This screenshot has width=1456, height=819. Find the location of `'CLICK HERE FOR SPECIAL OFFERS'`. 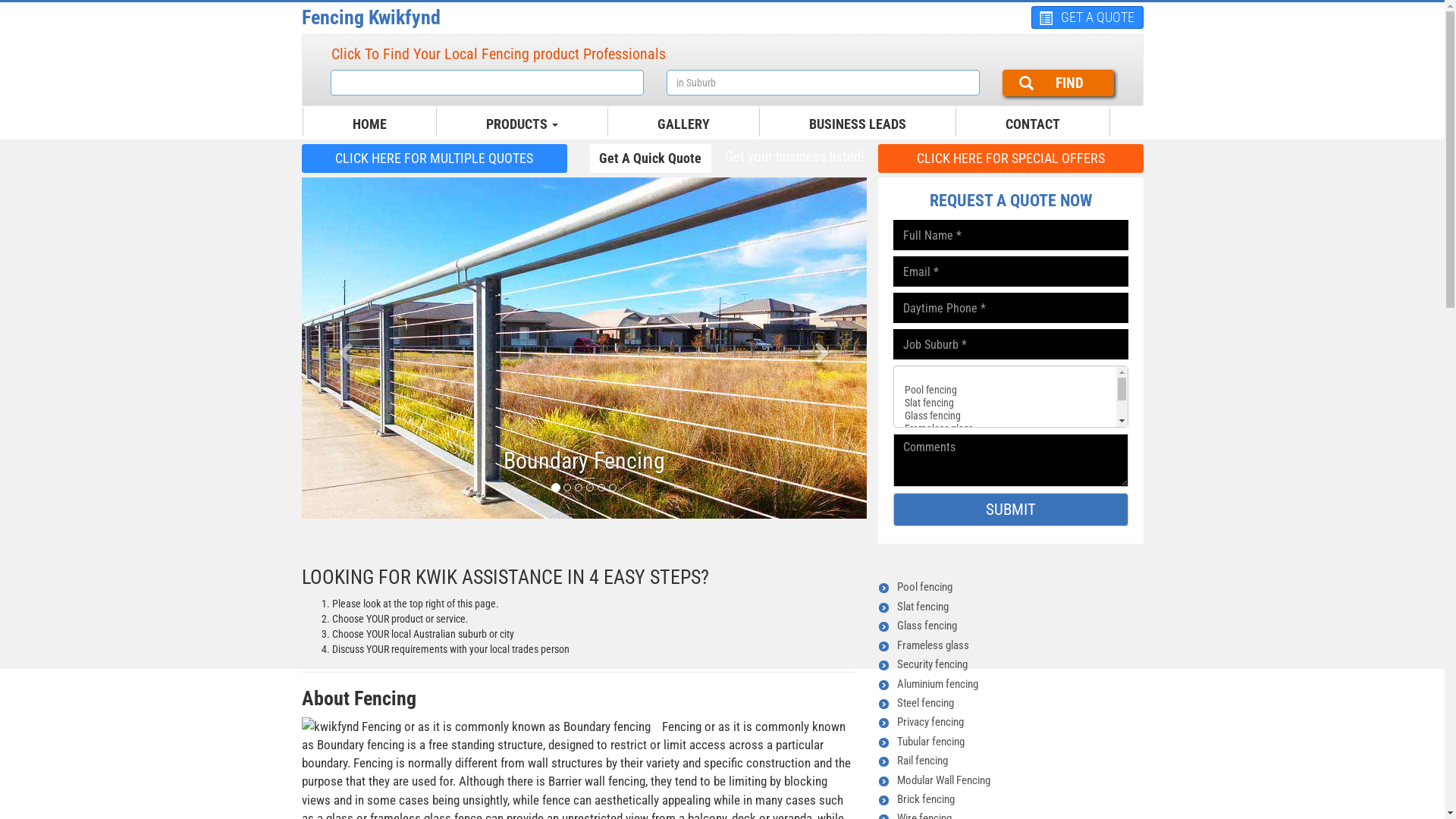

'CLICK HERE FOR SPECIAL OFFERS' is located at coordinates (1011, 158).